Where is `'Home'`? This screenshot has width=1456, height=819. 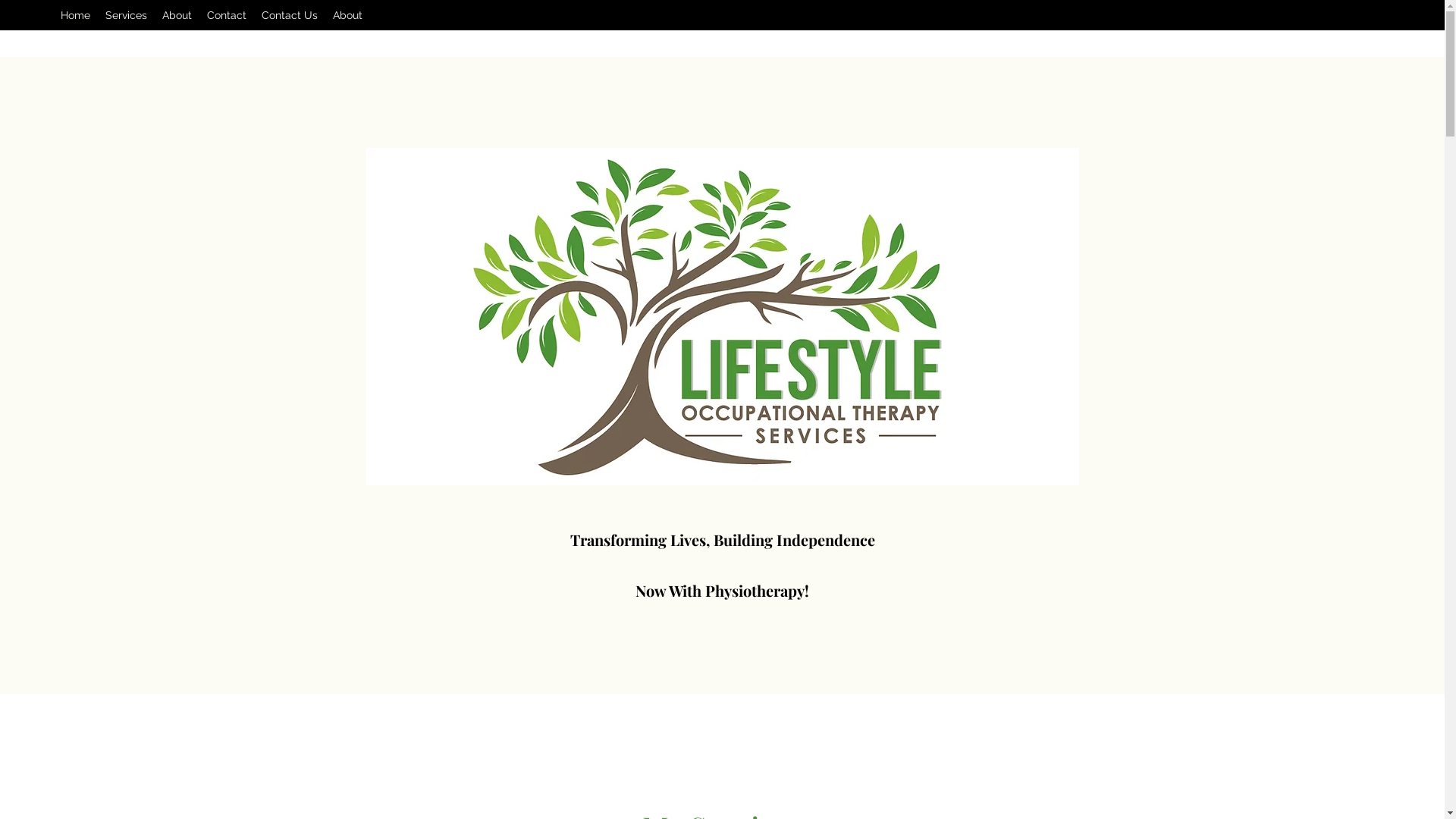 'Home' is located at coordinates (74, 14).